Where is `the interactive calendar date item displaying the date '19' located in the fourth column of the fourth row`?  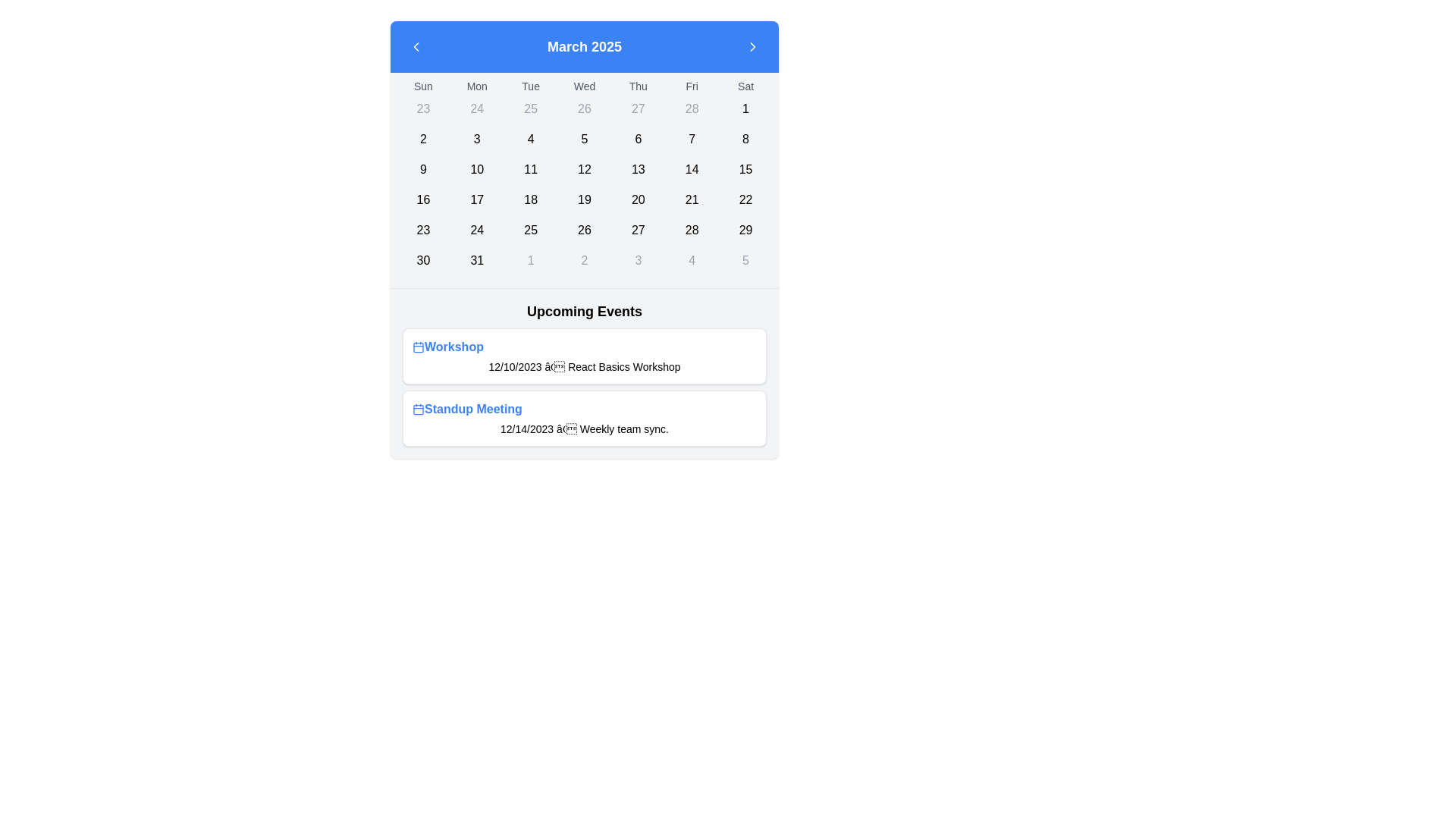 the interactive calendar date item displaying the date '19' located in the fourth column of the fourth row is located at coordinates (584, 199).